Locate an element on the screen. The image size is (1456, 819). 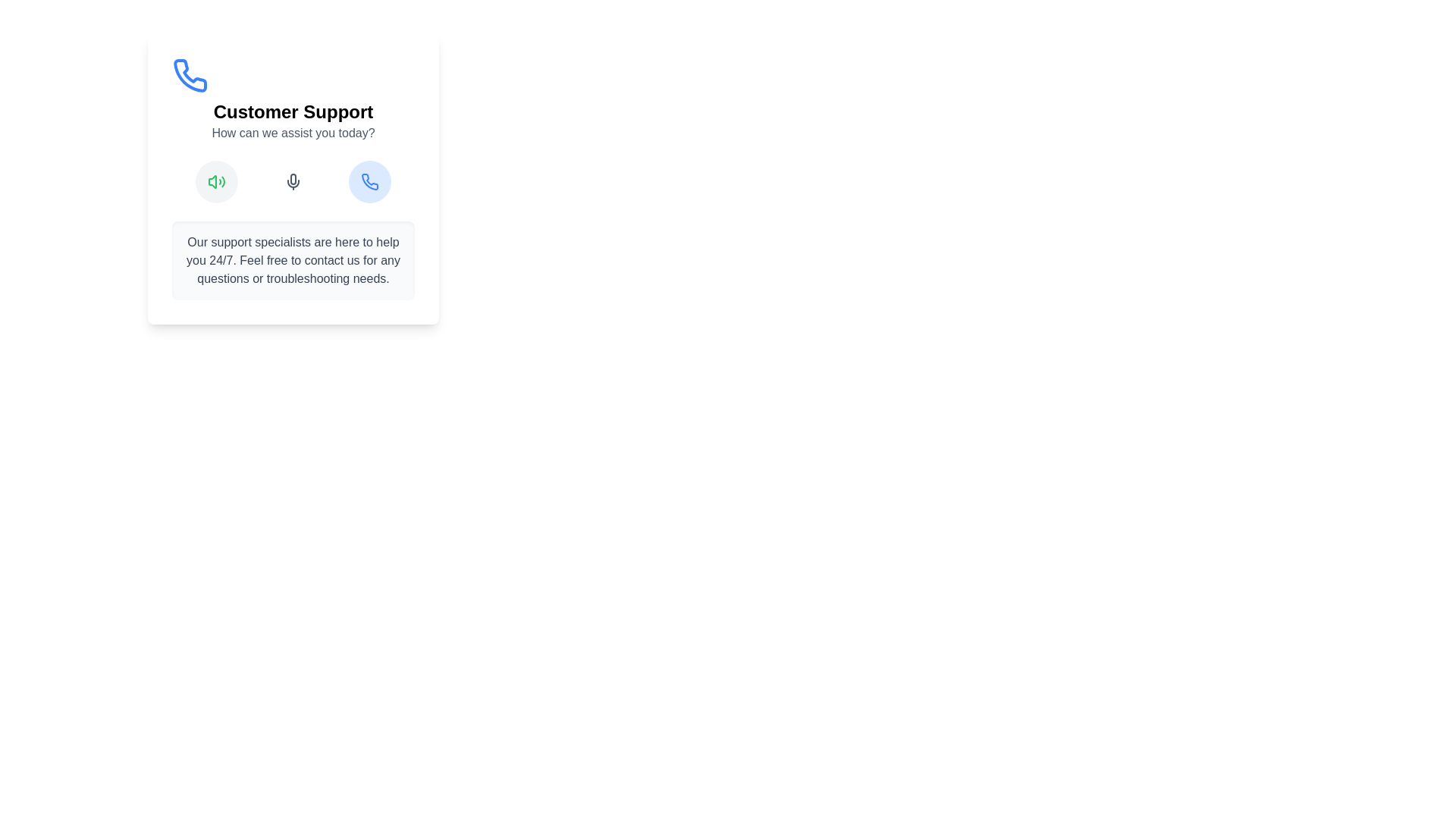
the audio icon with a speaker and sound waves, which is the leftmost item in a row below the 'Customer Support' heading is located at coordinates (215, 180).